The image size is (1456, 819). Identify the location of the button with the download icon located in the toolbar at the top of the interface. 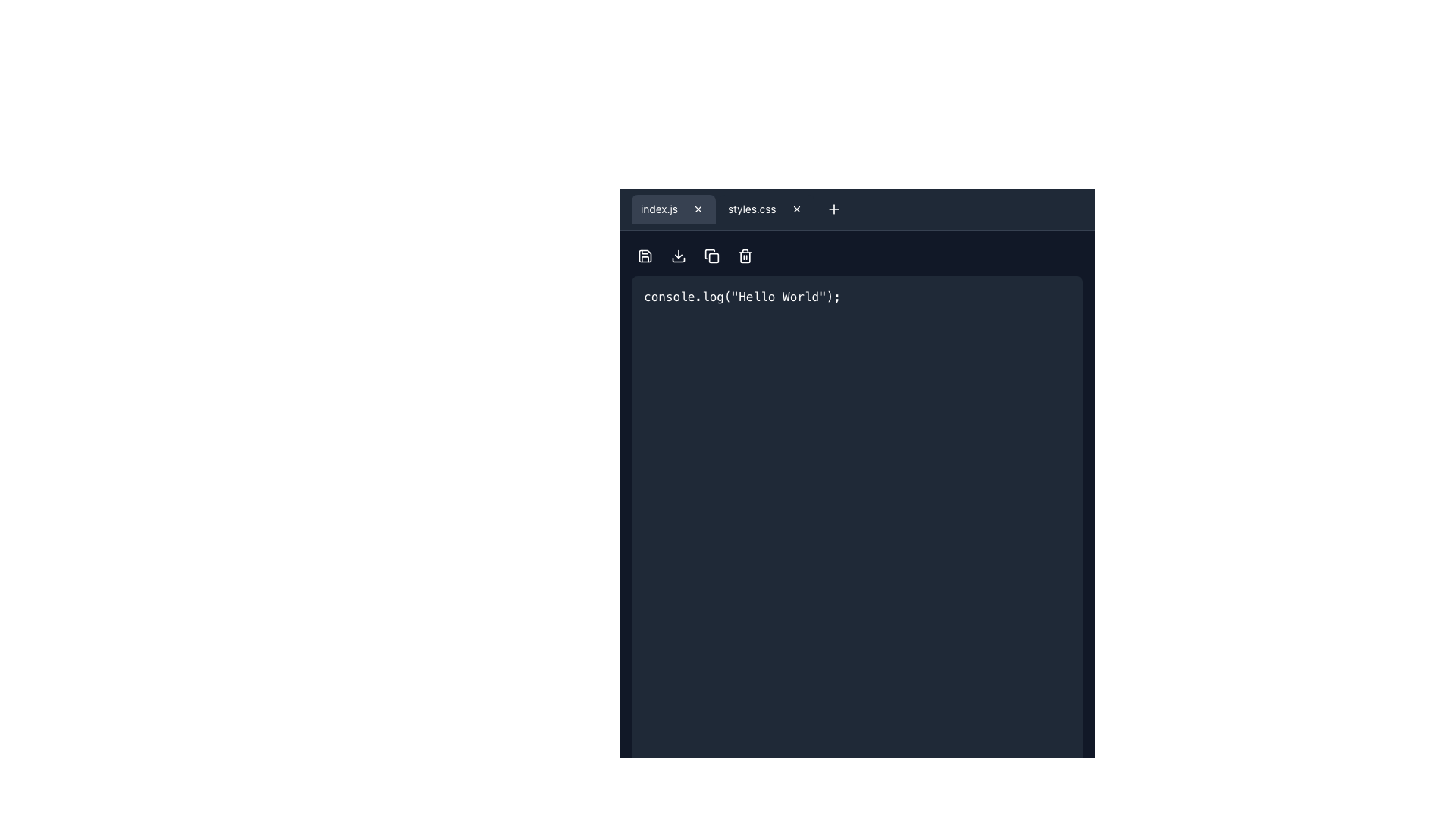
(677, 256).